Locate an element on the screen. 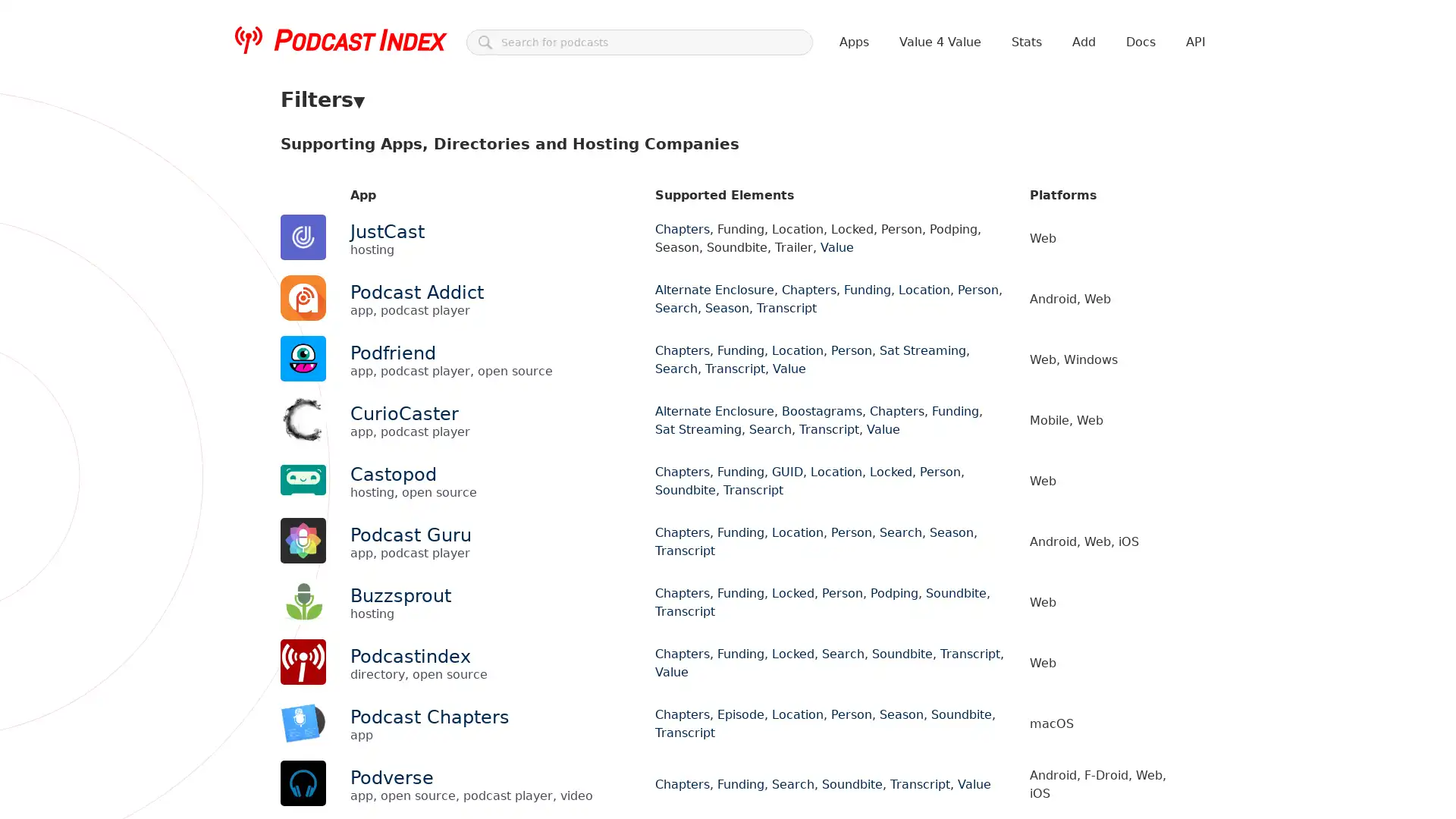 Image resolution: width=1456 pixels, height=819 pixels. Clear is located at coordinates (301, 229).